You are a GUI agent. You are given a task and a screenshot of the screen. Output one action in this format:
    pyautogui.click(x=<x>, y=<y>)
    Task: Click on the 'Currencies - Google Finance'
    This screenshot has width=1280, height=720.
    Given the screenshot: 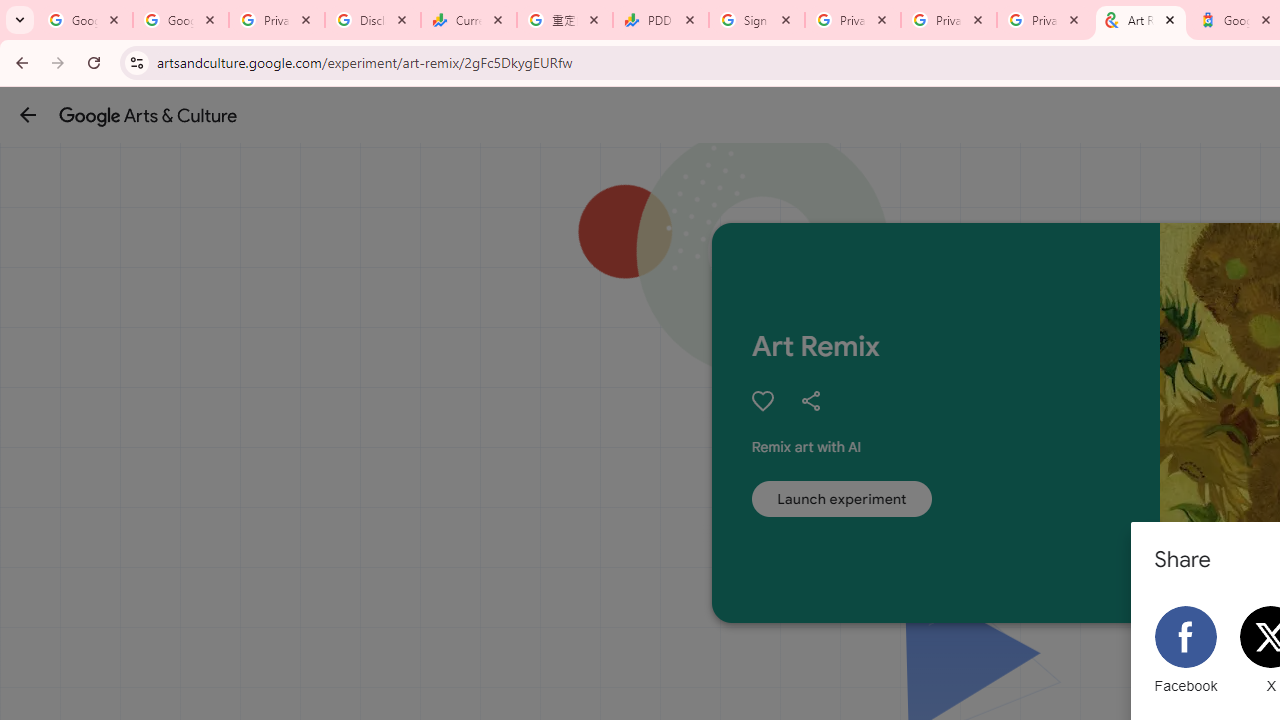 What is the action you would take?
    pyautogui.click(x=468, y=20)
    